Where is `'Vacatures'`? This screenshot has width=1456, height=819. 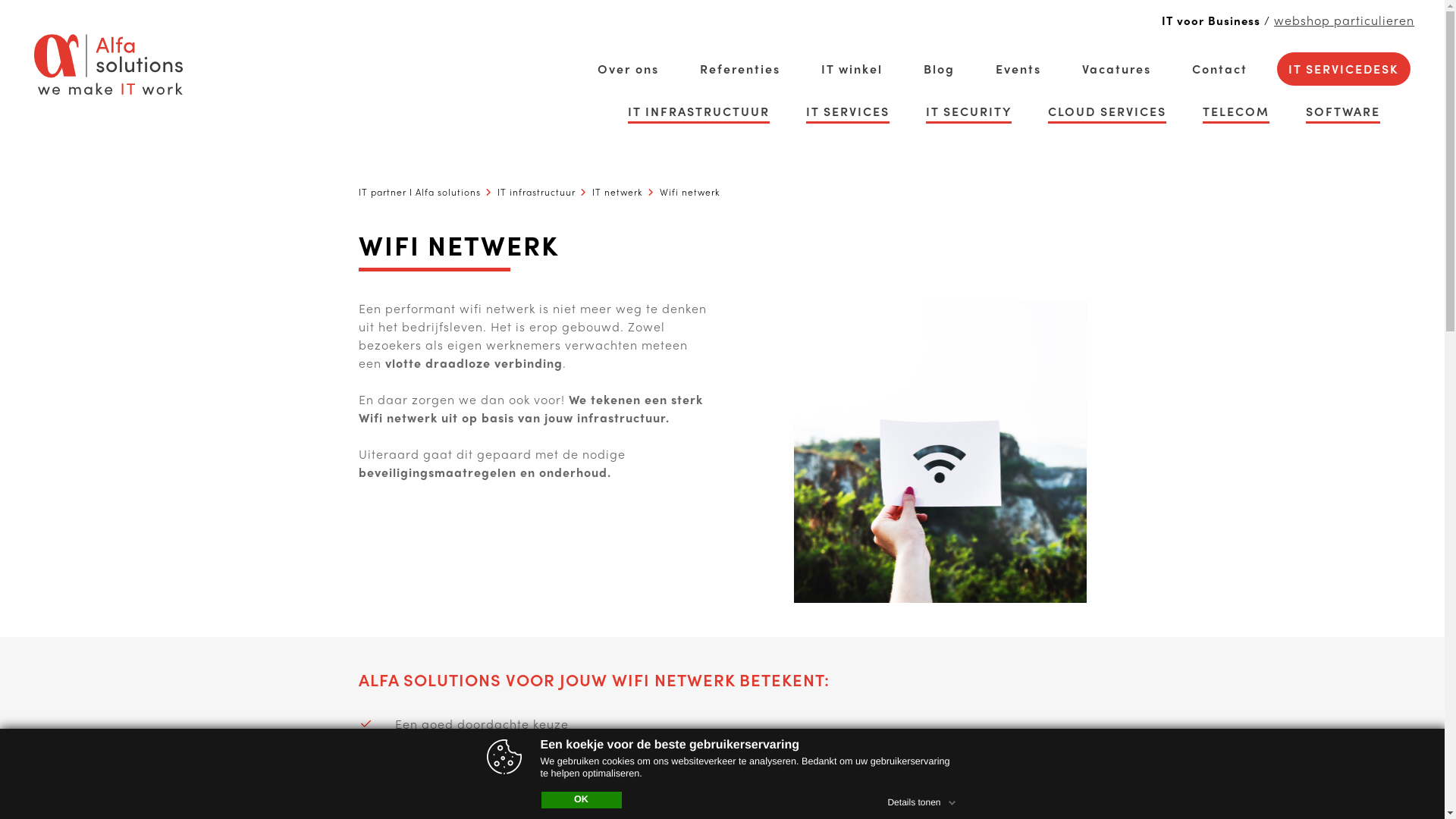
'Vacatures' is located at coordinates (1116, 69).